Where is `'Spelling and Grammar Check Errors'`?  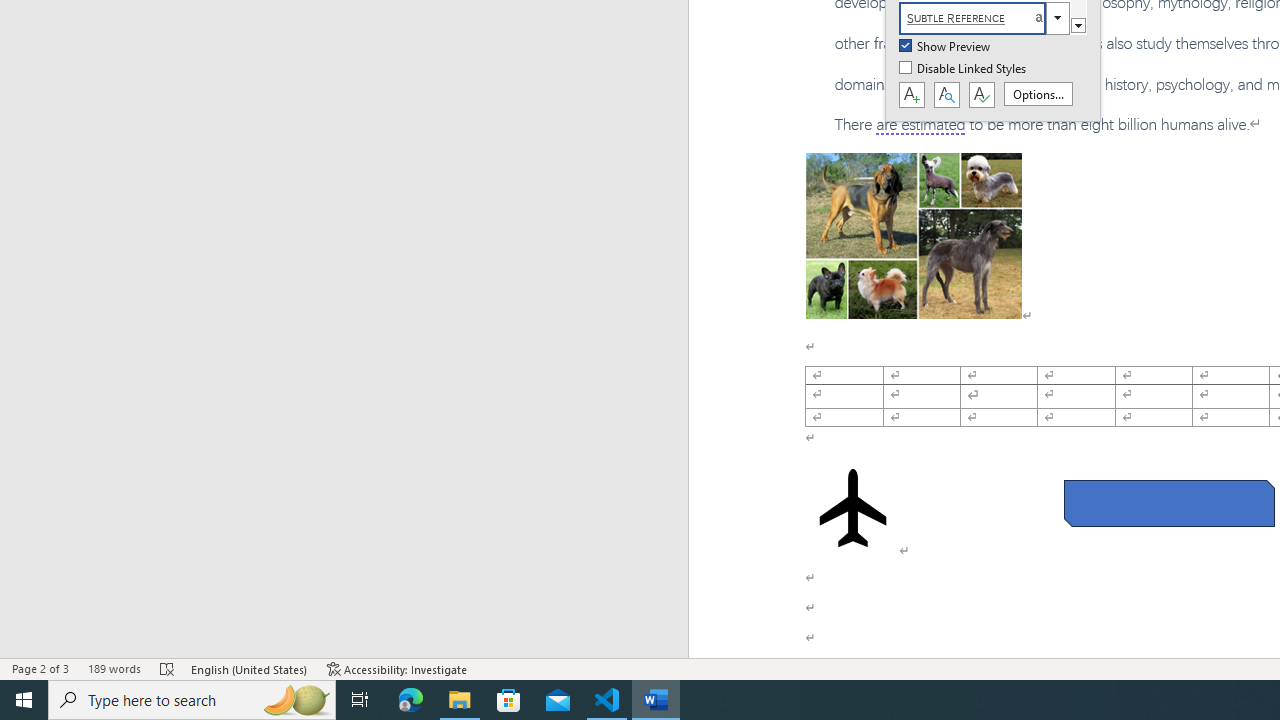
'Spelling and Grammar Check Errors' is located at coordinates (168, 669).